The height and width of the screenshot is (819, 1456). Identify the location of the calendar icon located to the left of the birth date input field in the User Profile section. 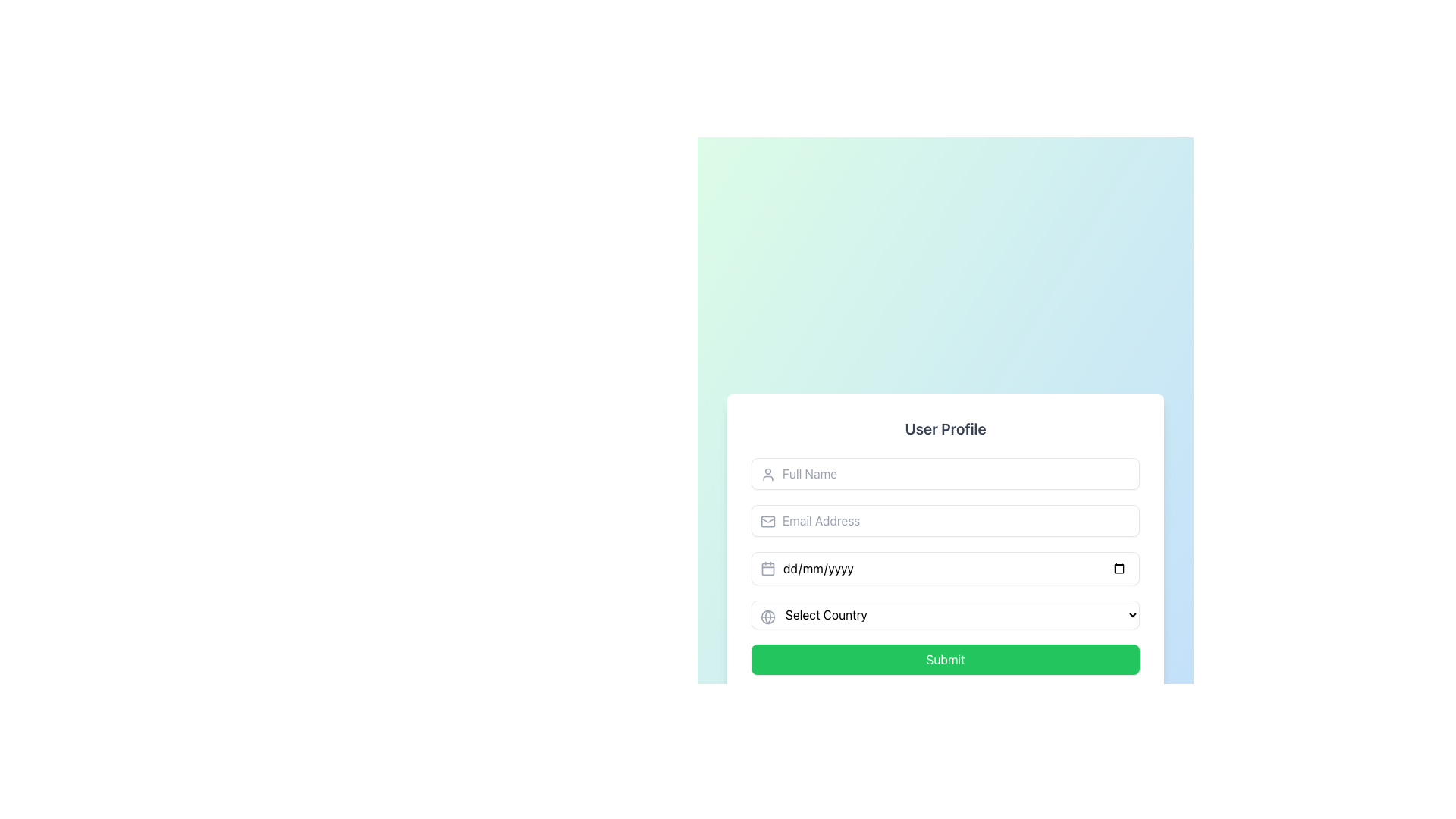
(767, 568).